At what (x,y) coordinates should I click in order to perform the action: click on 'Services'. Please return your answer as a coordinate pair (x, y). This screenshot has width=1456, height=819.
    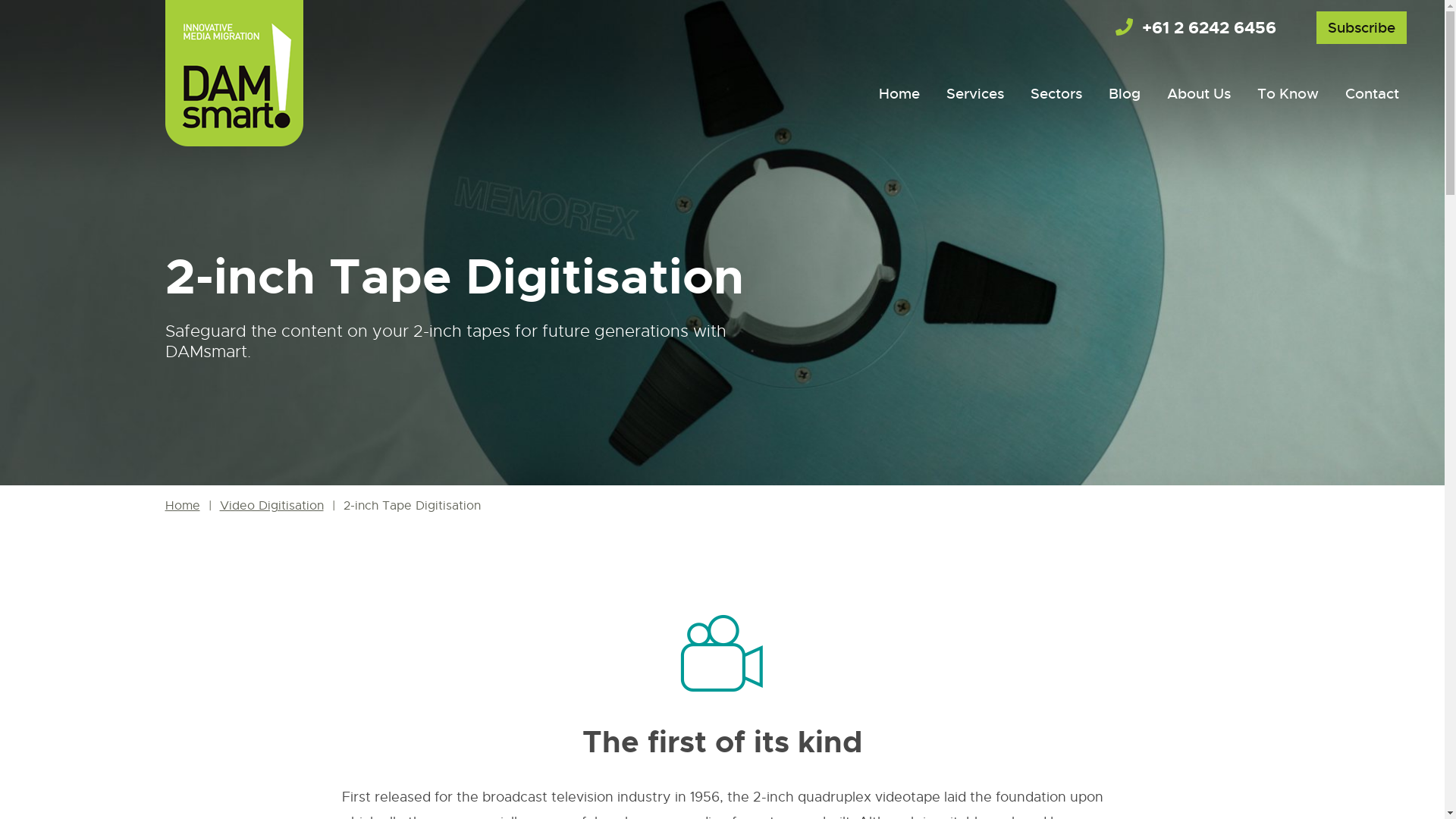
    Looking at the image, I should click on (975, 96).